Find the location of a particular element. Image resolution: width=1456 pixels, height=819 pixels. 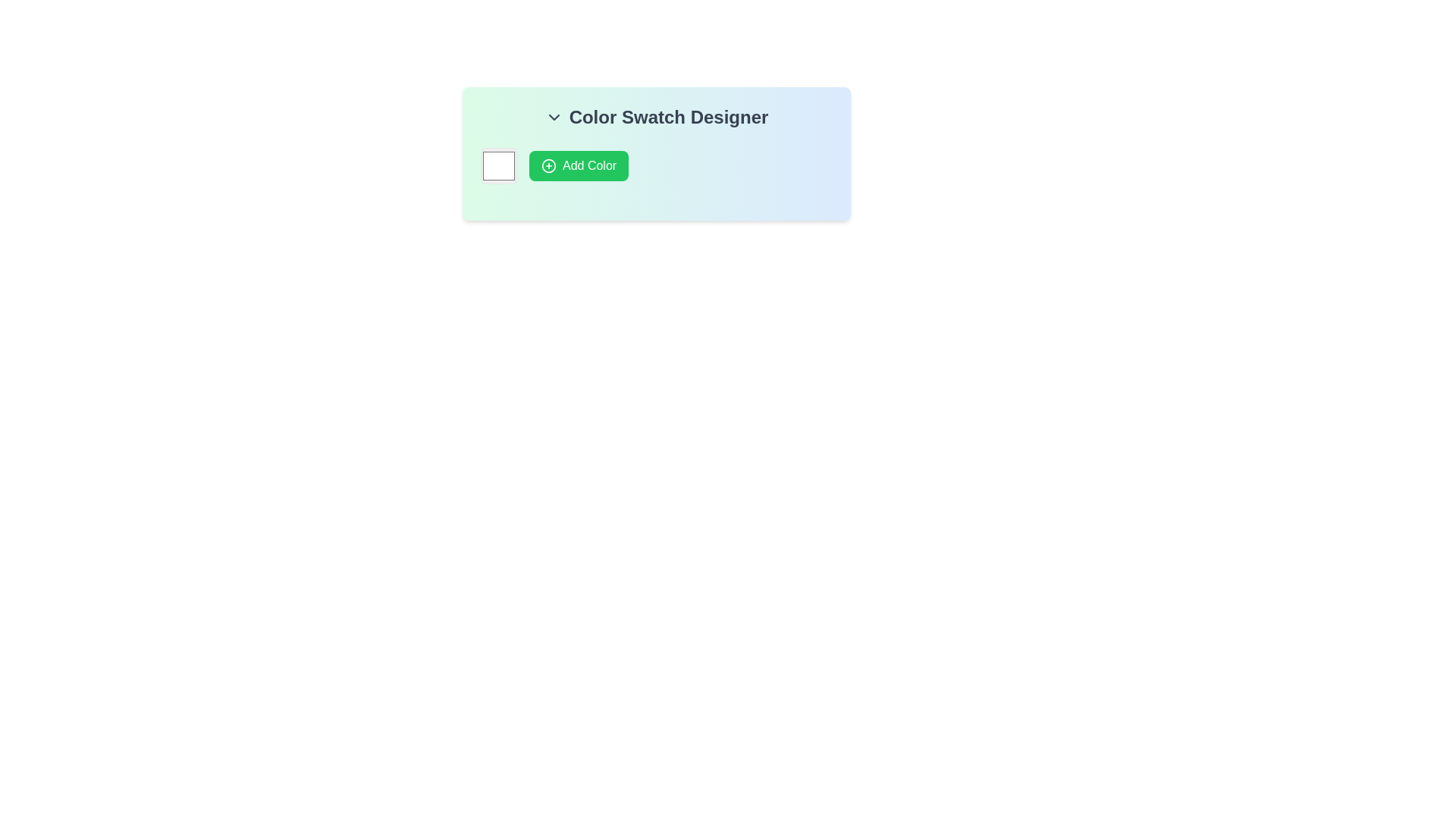

the white square color input field to bring up the color picker is located at coordinates (498, 166).